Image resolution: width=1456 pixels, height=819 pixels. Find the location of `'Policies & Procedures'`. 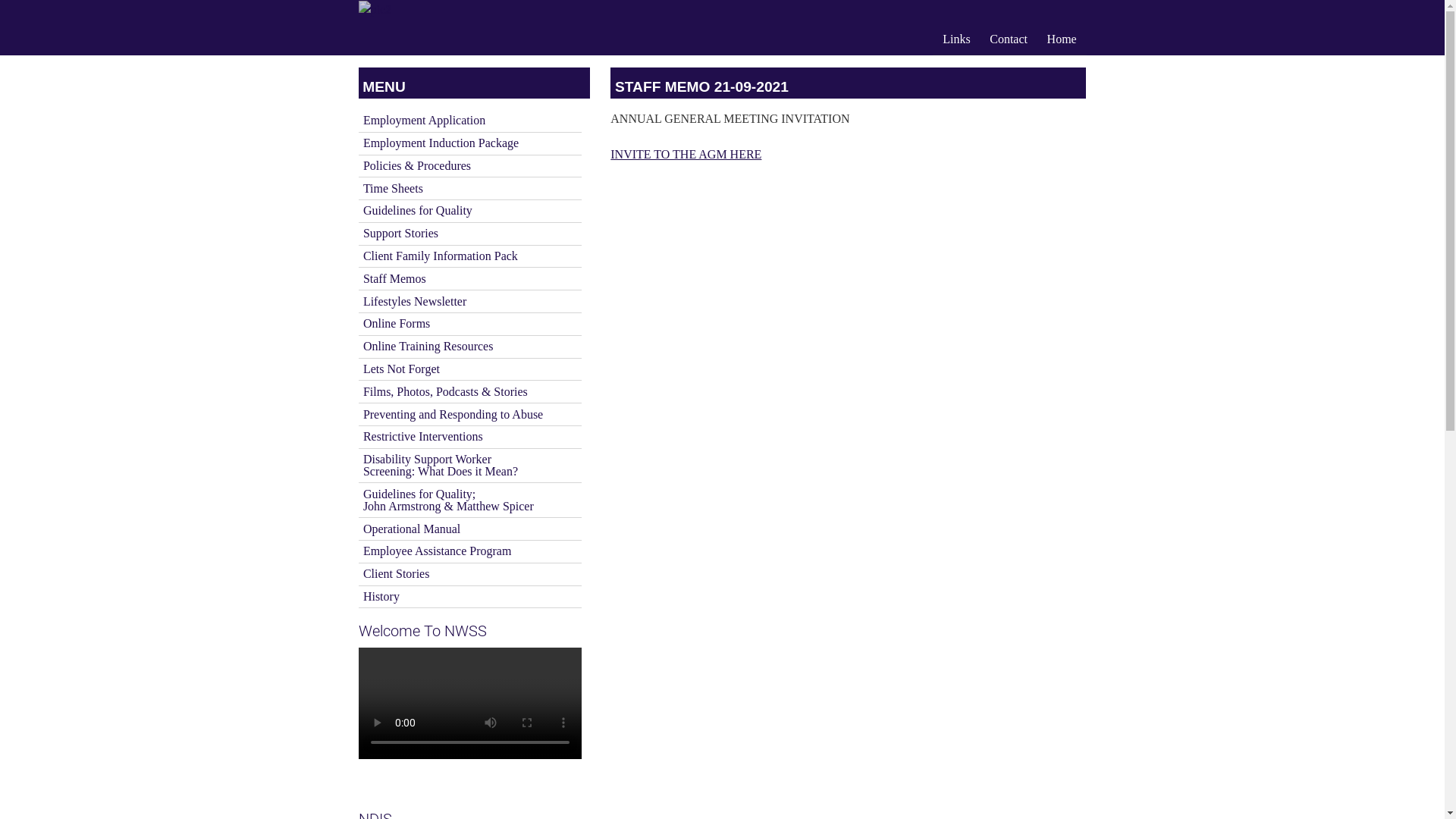

'Policies & Procedures' is located at coordinates (469, 166).